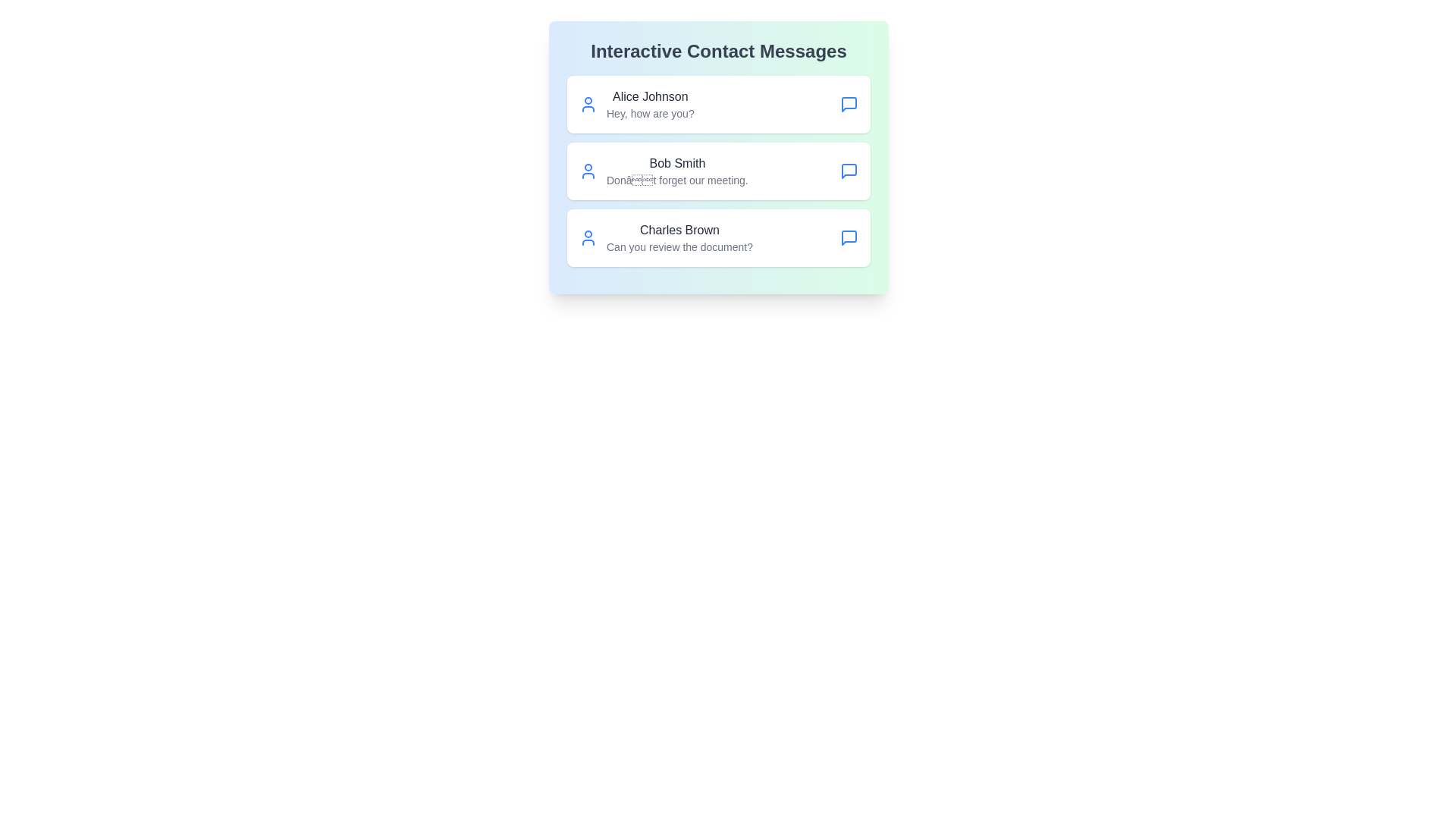 This screenshot has height=819, width=1456. I want to click on the contact named Charles Brown to observe the hover effect, so click(718, 237).